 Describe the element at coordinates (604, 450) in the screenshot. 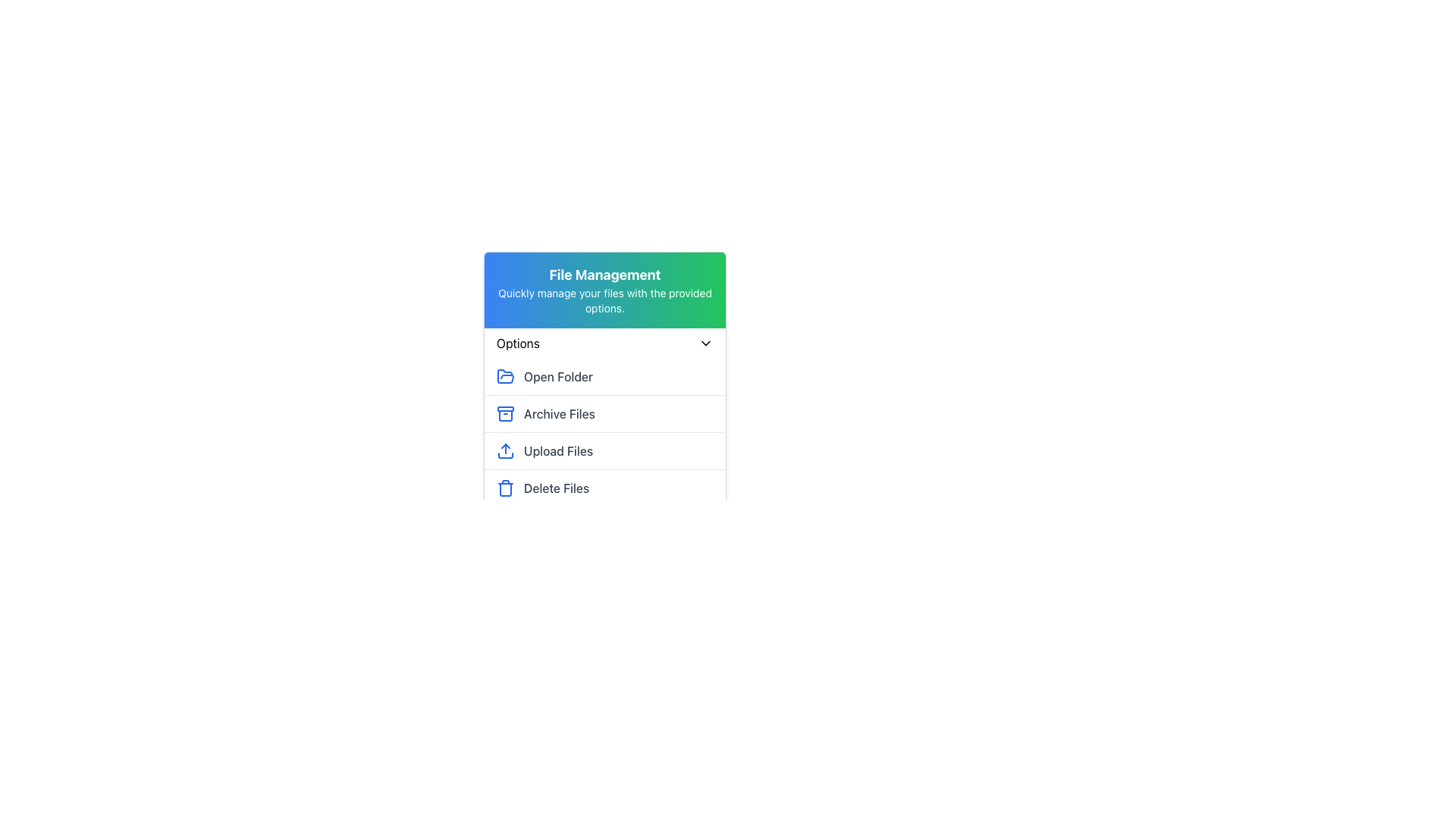

I see `the clickable menu option for uploading files, which is the third row in a vertical list of options` at that location.